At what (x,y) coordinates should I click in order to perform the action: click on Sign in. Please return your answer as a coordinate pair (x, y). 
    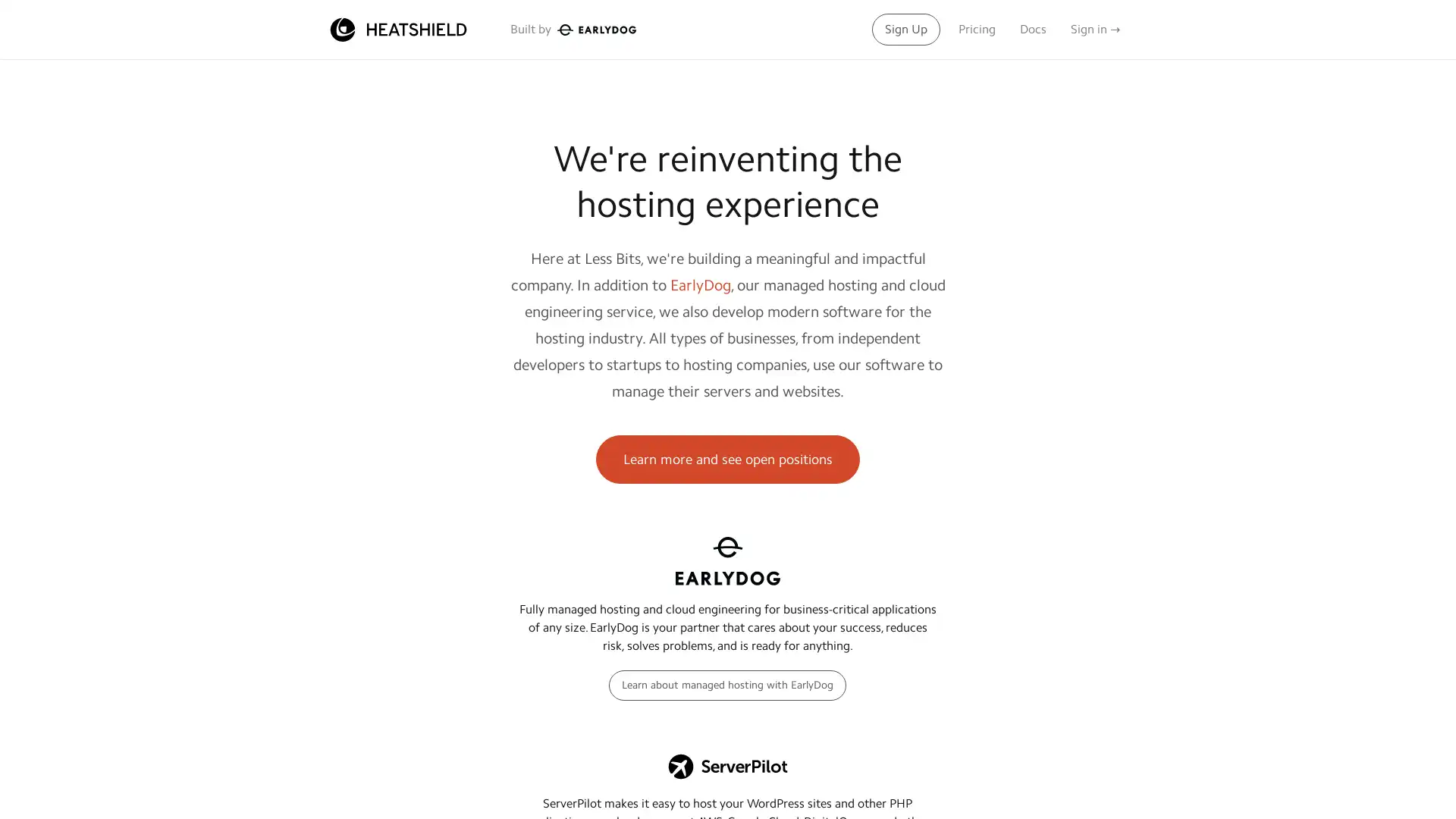
    Looking at the image, I should click on (1095, 29).